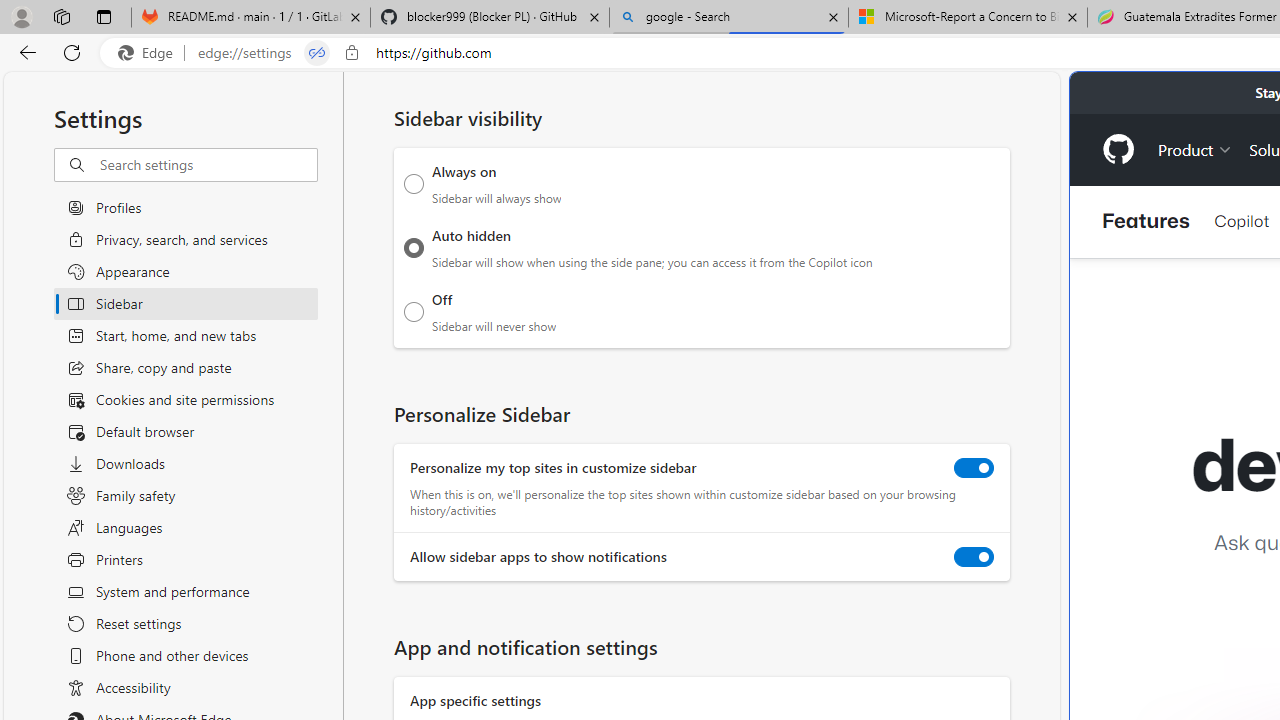  Describe the element at coordinates (974, 557) in the screenshot. I see `'Allow sidebar apps to show notifications'` at that location.